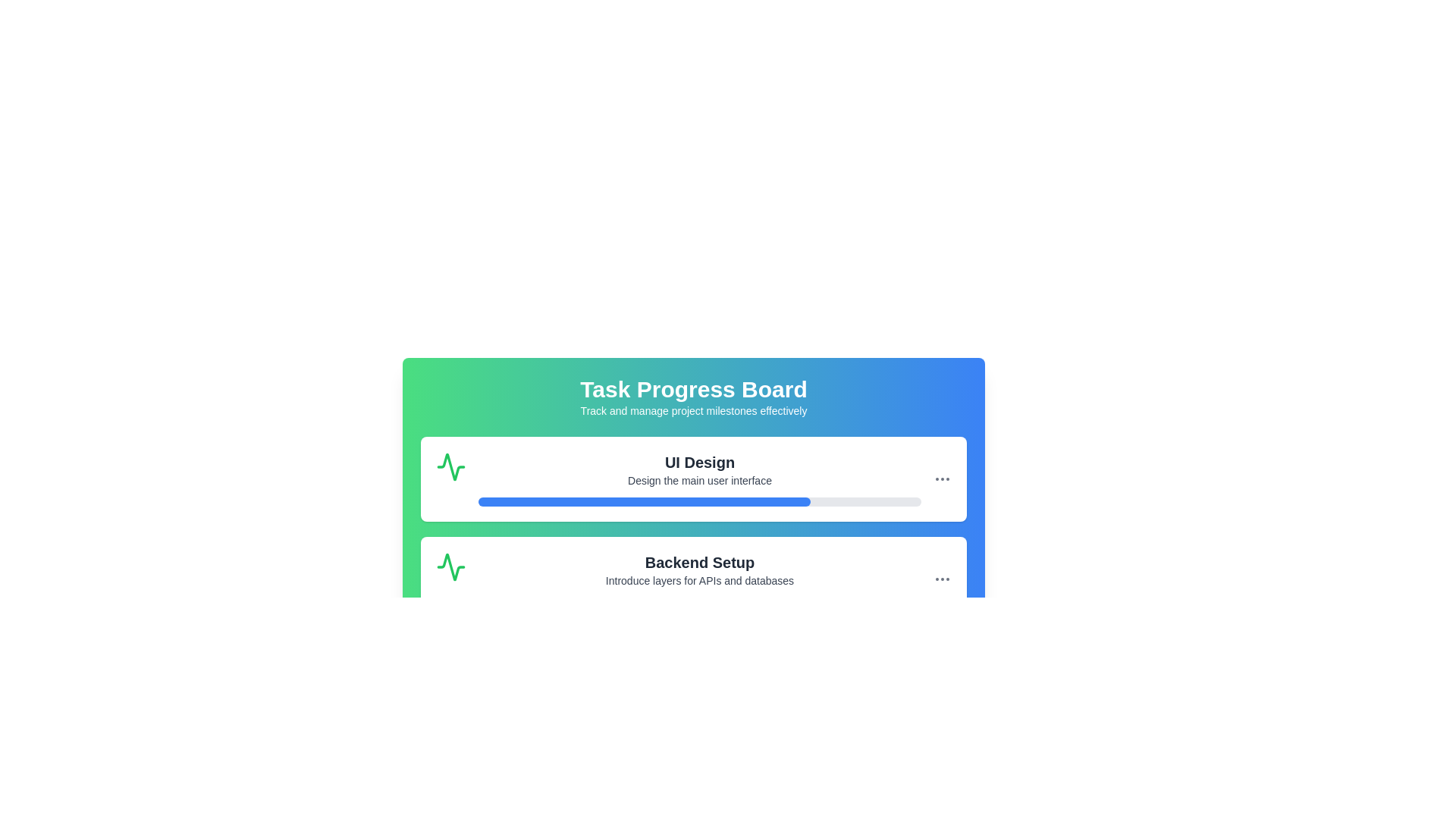  I want to click on the progress represented by the progress bar located in the 'Backend Setup' section, below the text 'Introduce layers for APIs and databases', so click(698, 601).